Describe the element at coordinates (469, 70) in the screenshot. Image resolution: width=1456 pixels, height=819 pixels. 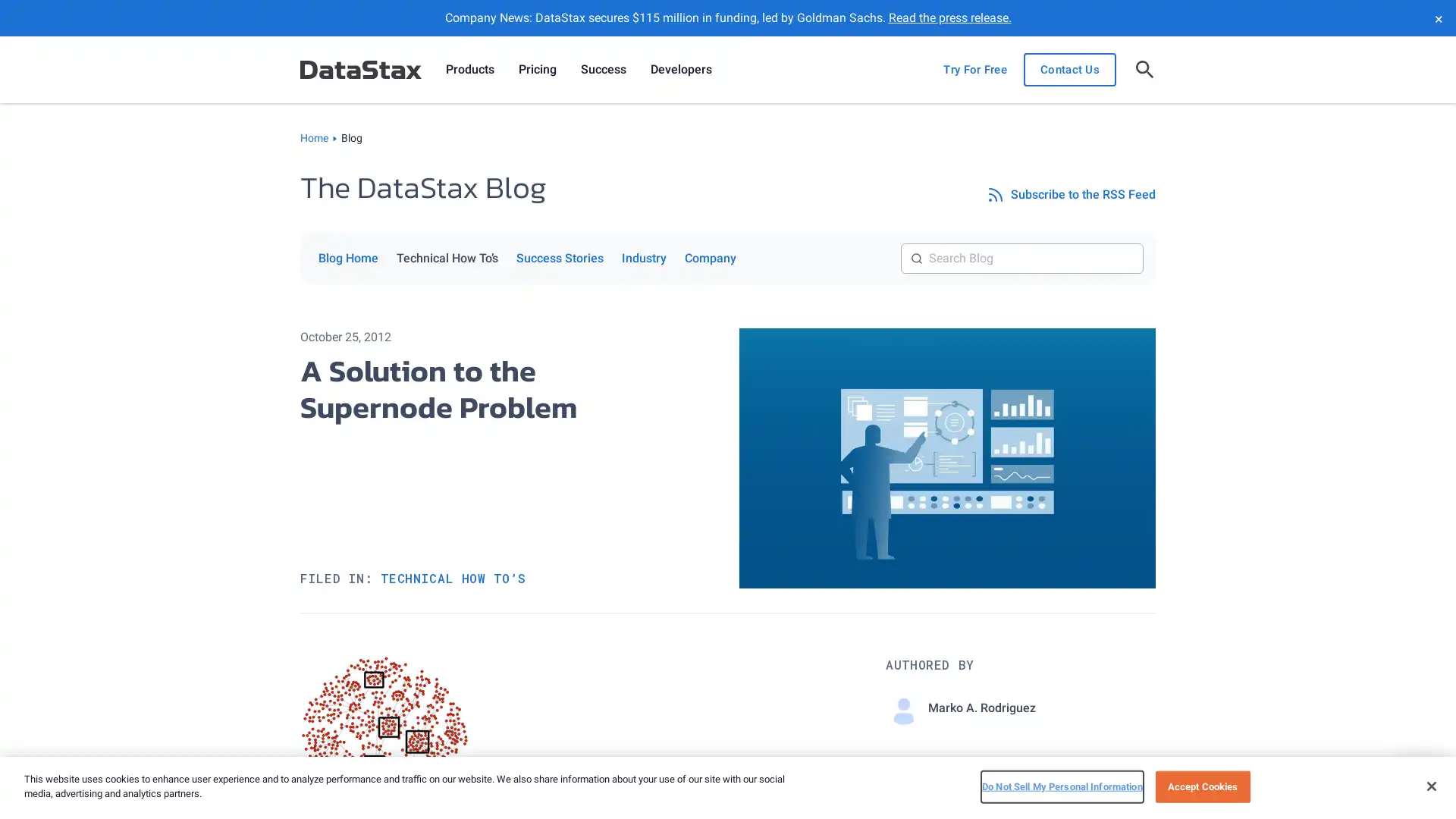
I see `Products` at that location.